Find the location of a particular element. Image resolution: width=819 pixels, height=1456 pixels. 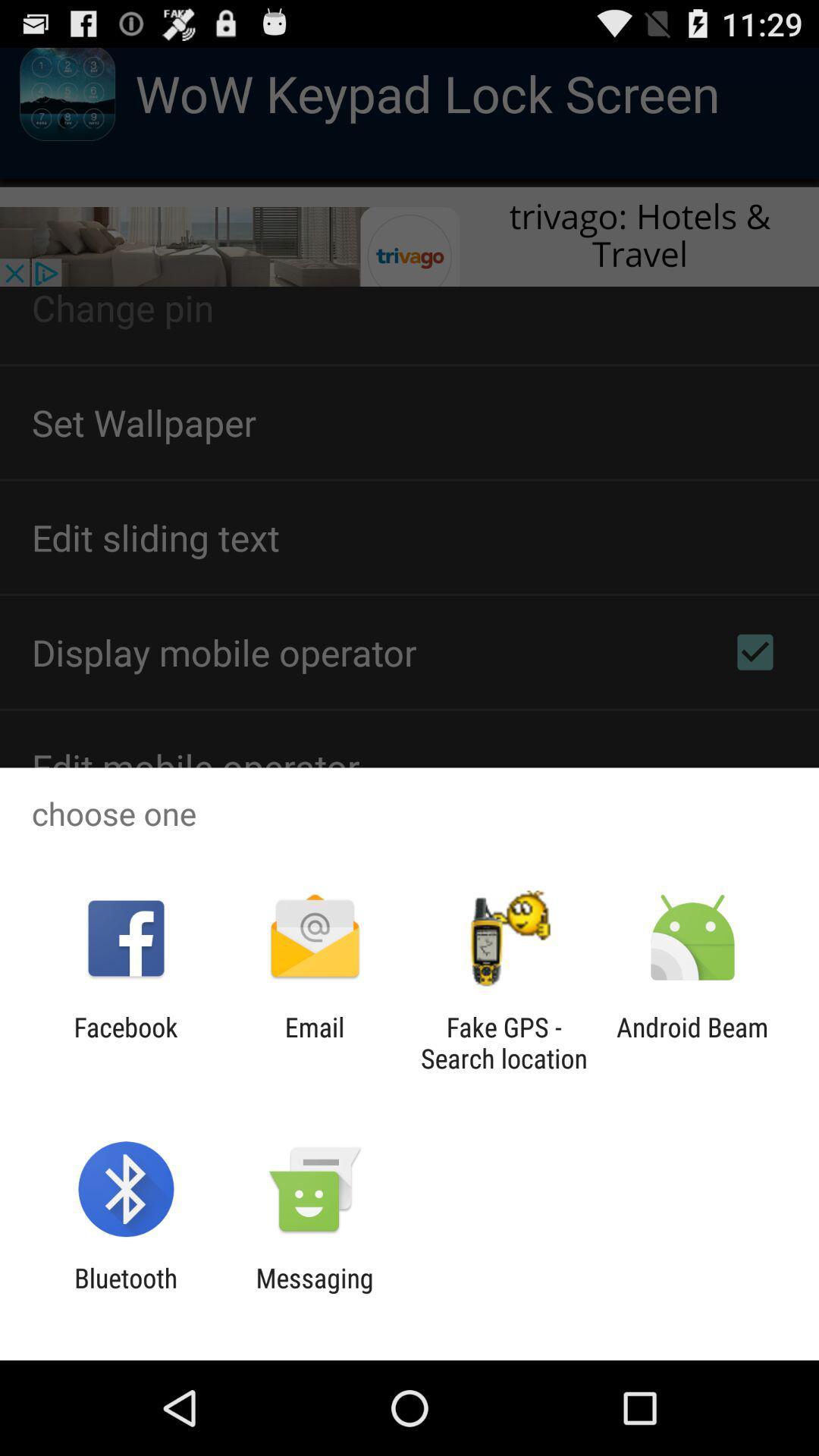

the icon to the right of the facebook is located at coordinates (314, 1042).